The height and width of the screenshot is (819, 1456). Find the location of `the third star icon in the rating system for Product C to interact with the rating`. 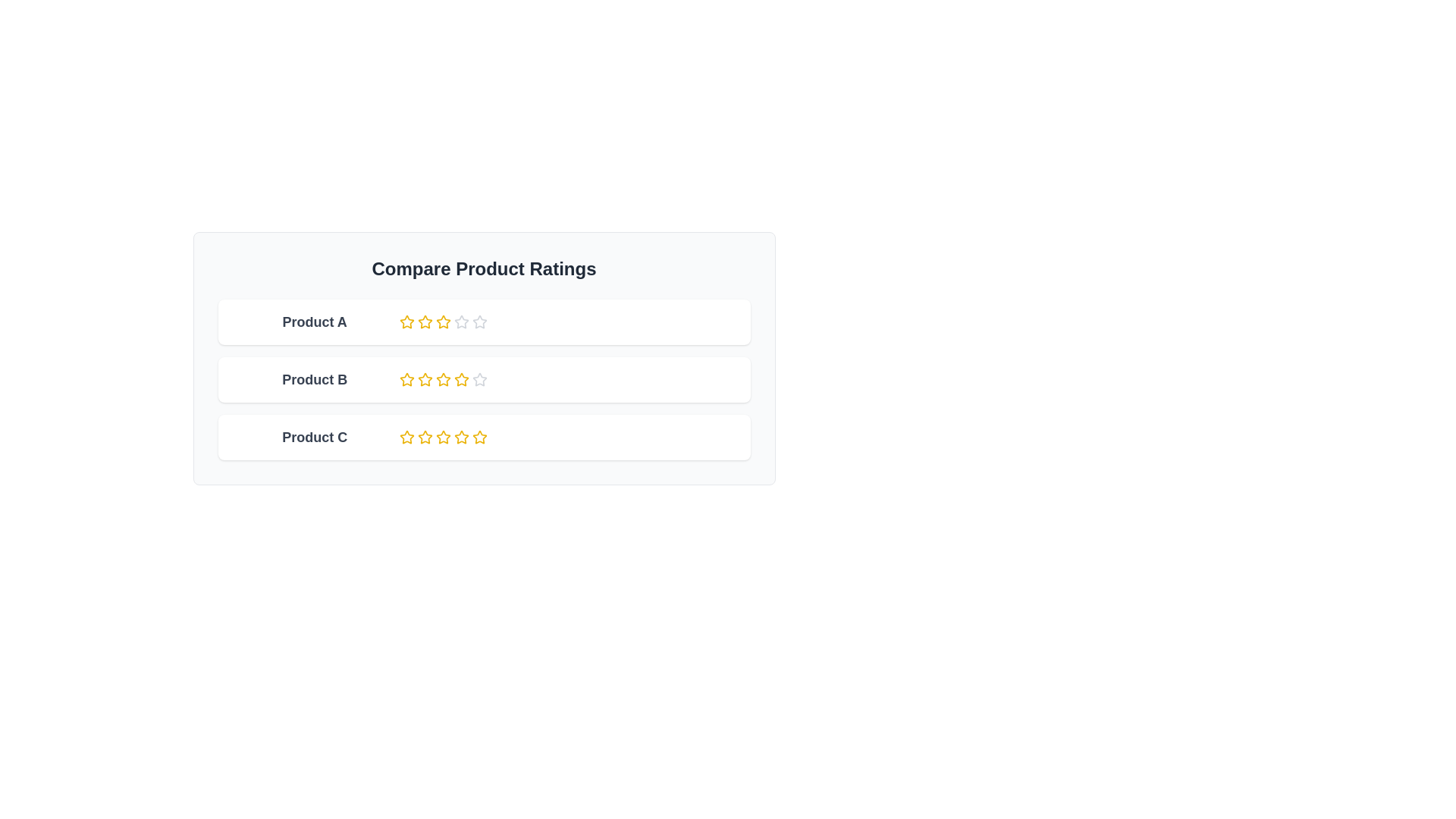

the third star icon in the rating system for Product C to interact with the rating is located at coordinates (442, 437).